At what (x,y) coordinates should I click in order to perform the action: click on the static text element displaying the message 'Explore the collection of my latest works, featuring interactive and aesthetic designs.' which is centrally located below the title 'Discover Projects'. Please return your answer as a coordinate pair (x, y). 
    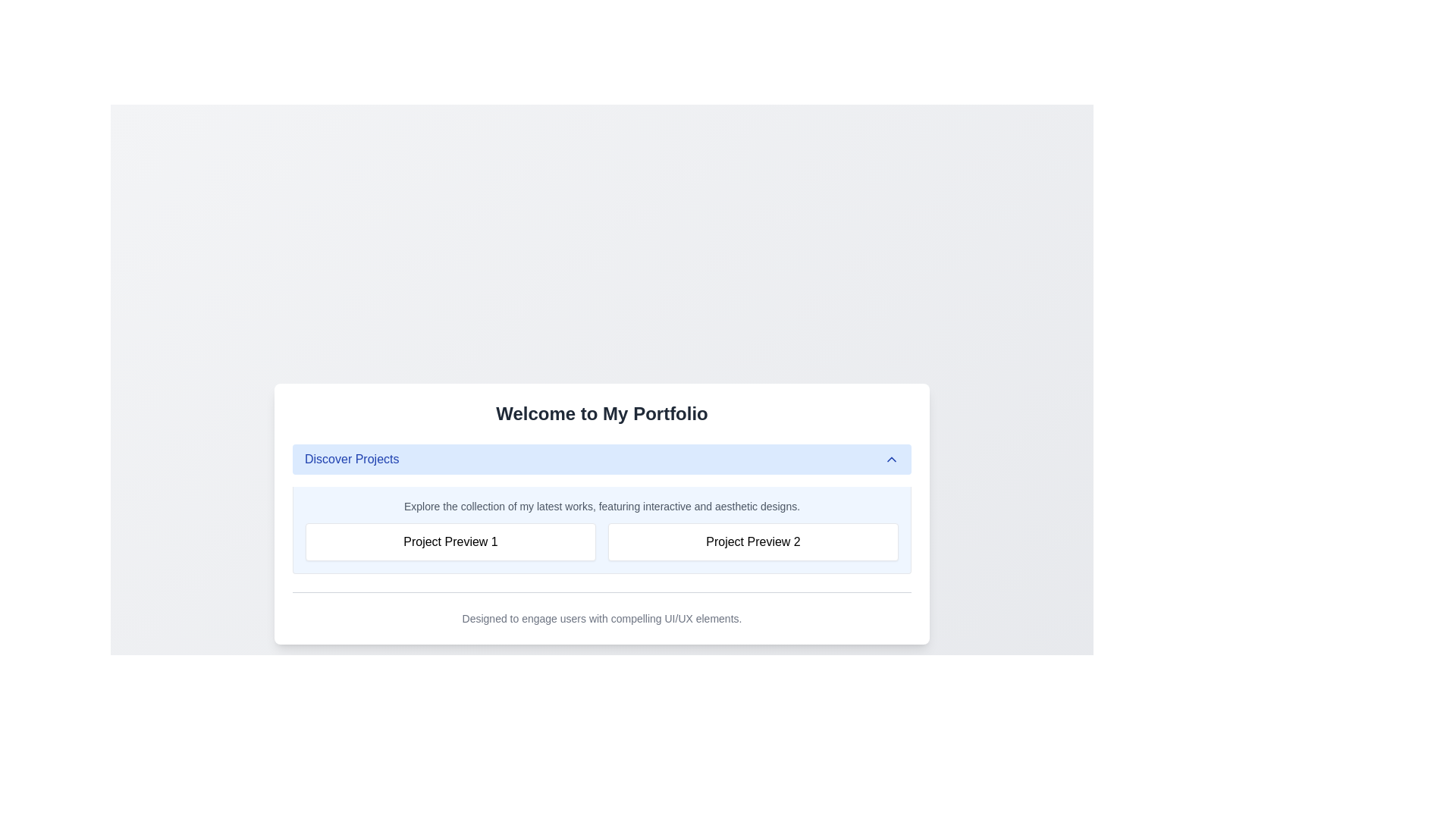
    Looking at the image, I should click on (601, 506).